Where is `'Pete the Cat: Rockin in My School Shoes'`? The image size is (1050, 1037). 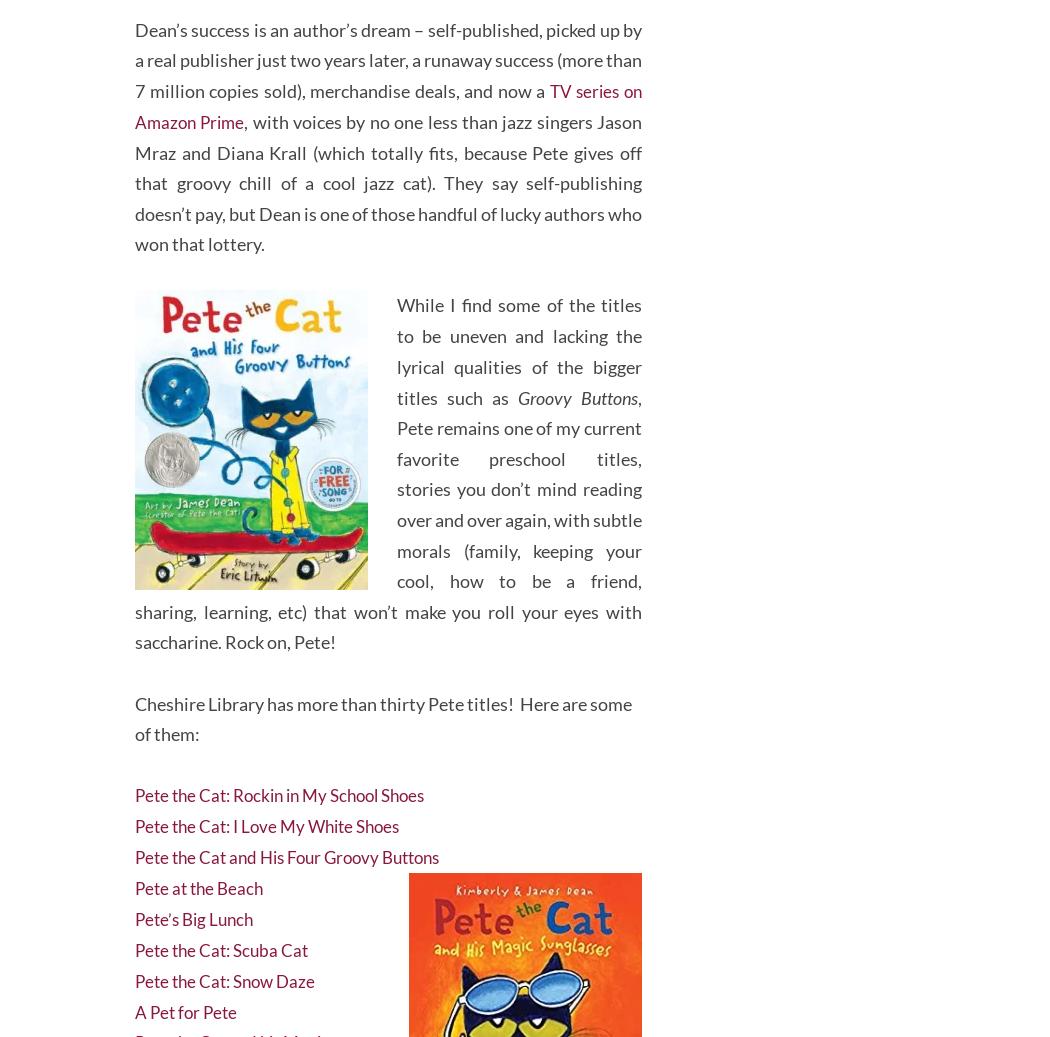 'Pete the Cat: Rockin in My School Shoes' is located at coordinates (134, 783).